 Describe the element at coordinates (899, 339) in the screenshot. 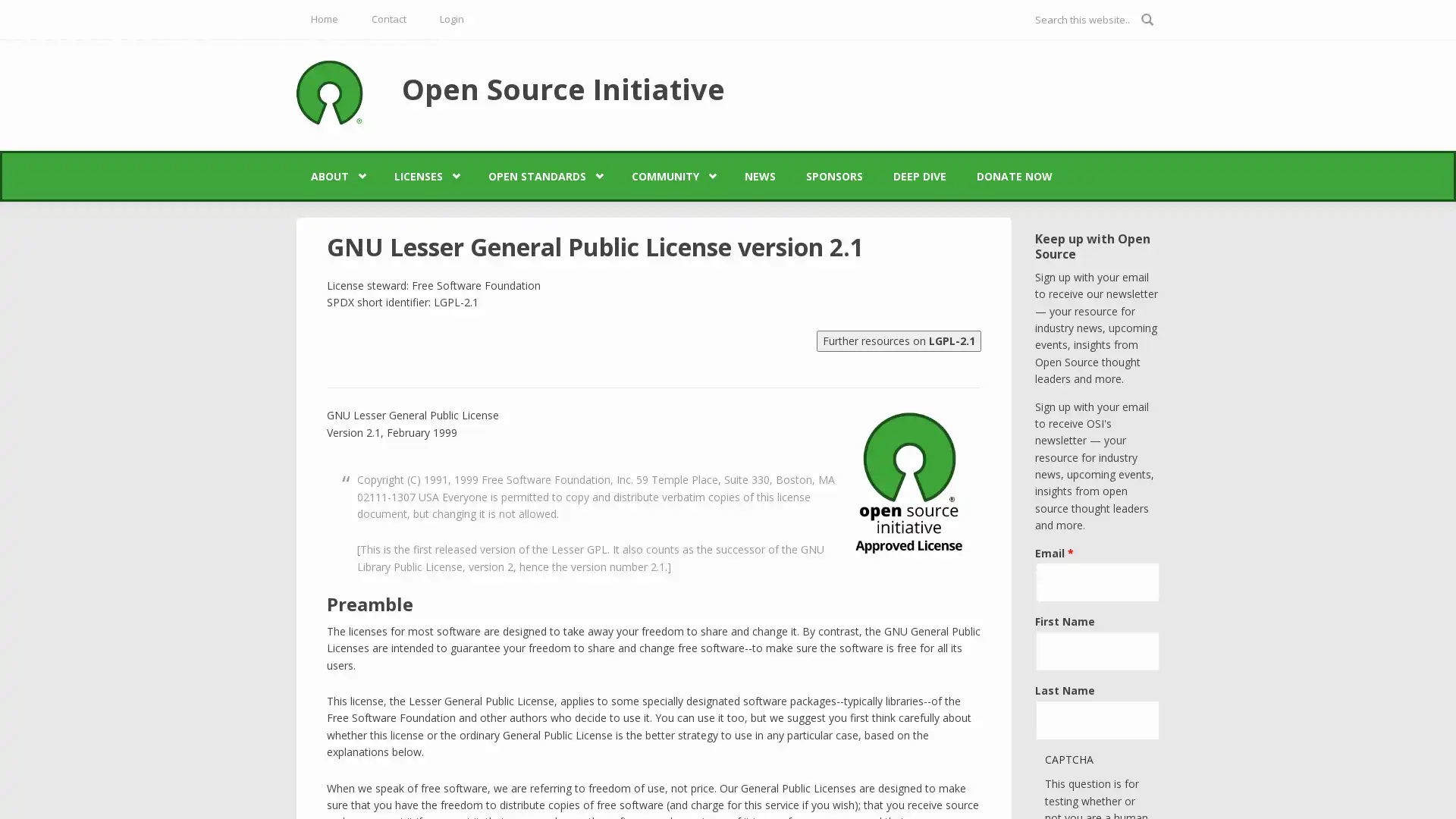

I see `Further resources on LGPL-2.1` at that location.